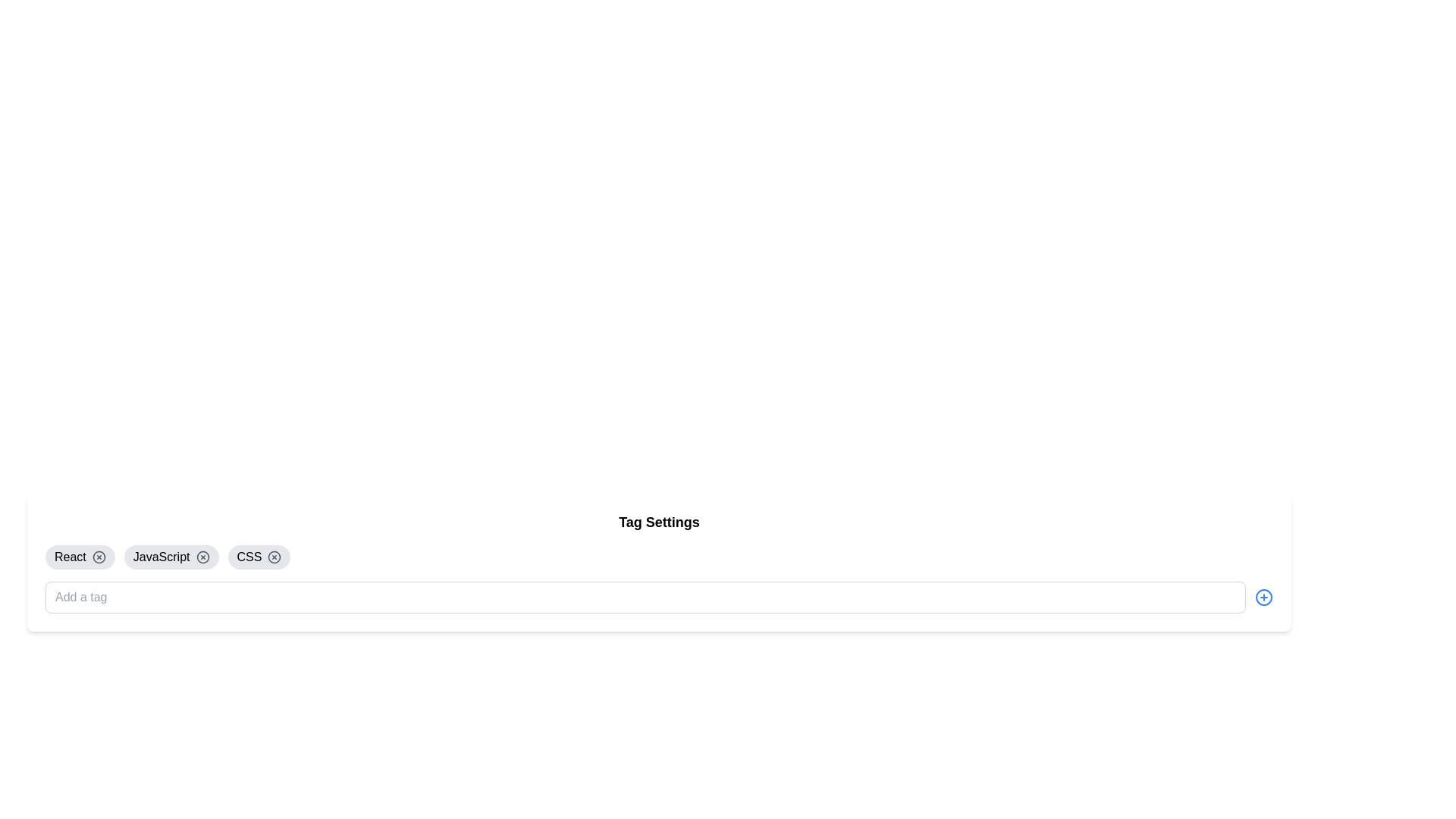 The height and width of the screenshot is (819, 1456). What do you see at coordinates (171, 557) in the screenshot?
I see `the rounded tag labeled 'JavaScript' with a remove button` at bounding box center [171, 557].